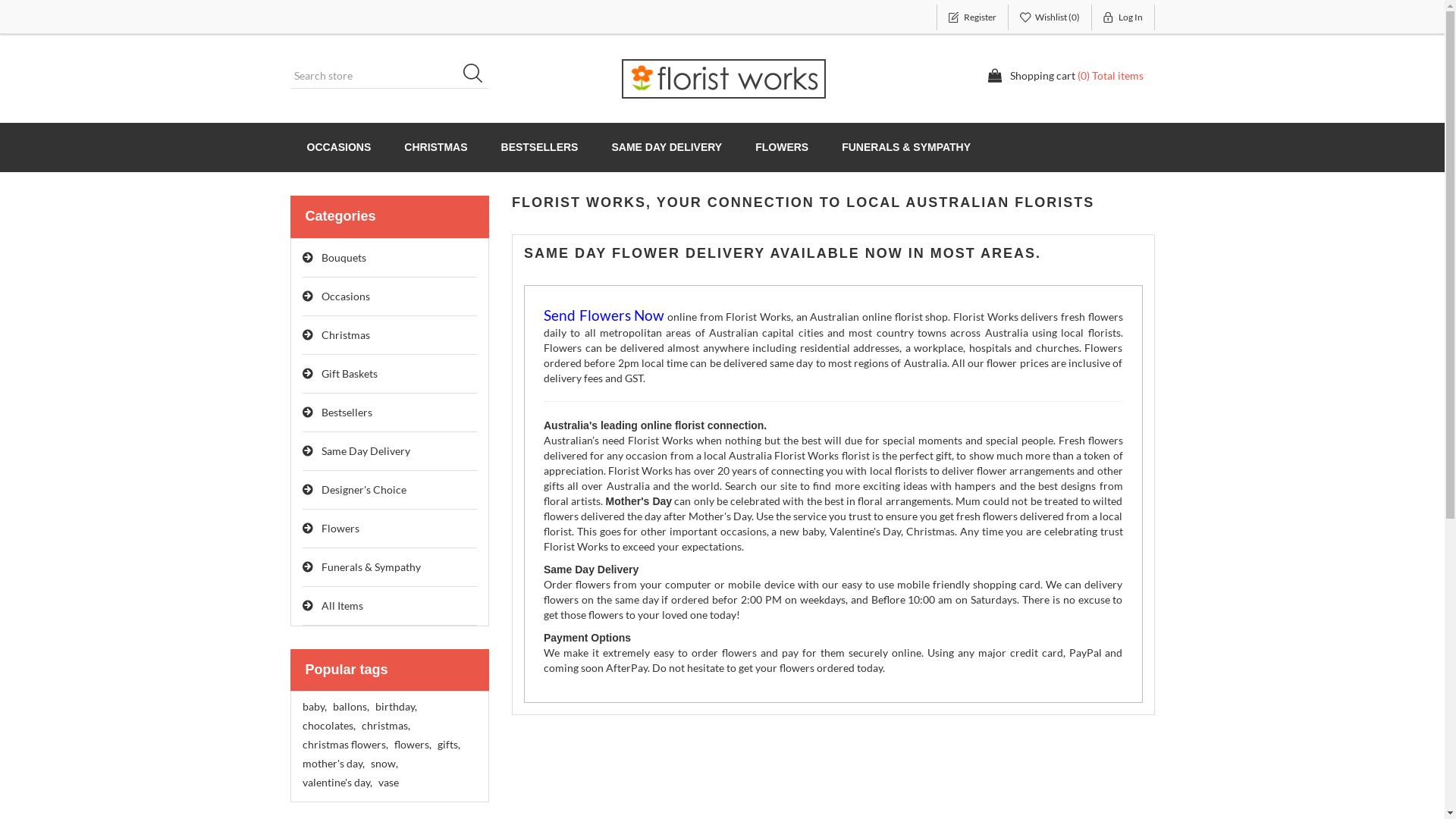 The image size is (1456, 819). Describe the element at coordinates (389, 297) in the screenshot. I see `'Occasions'` at that location.